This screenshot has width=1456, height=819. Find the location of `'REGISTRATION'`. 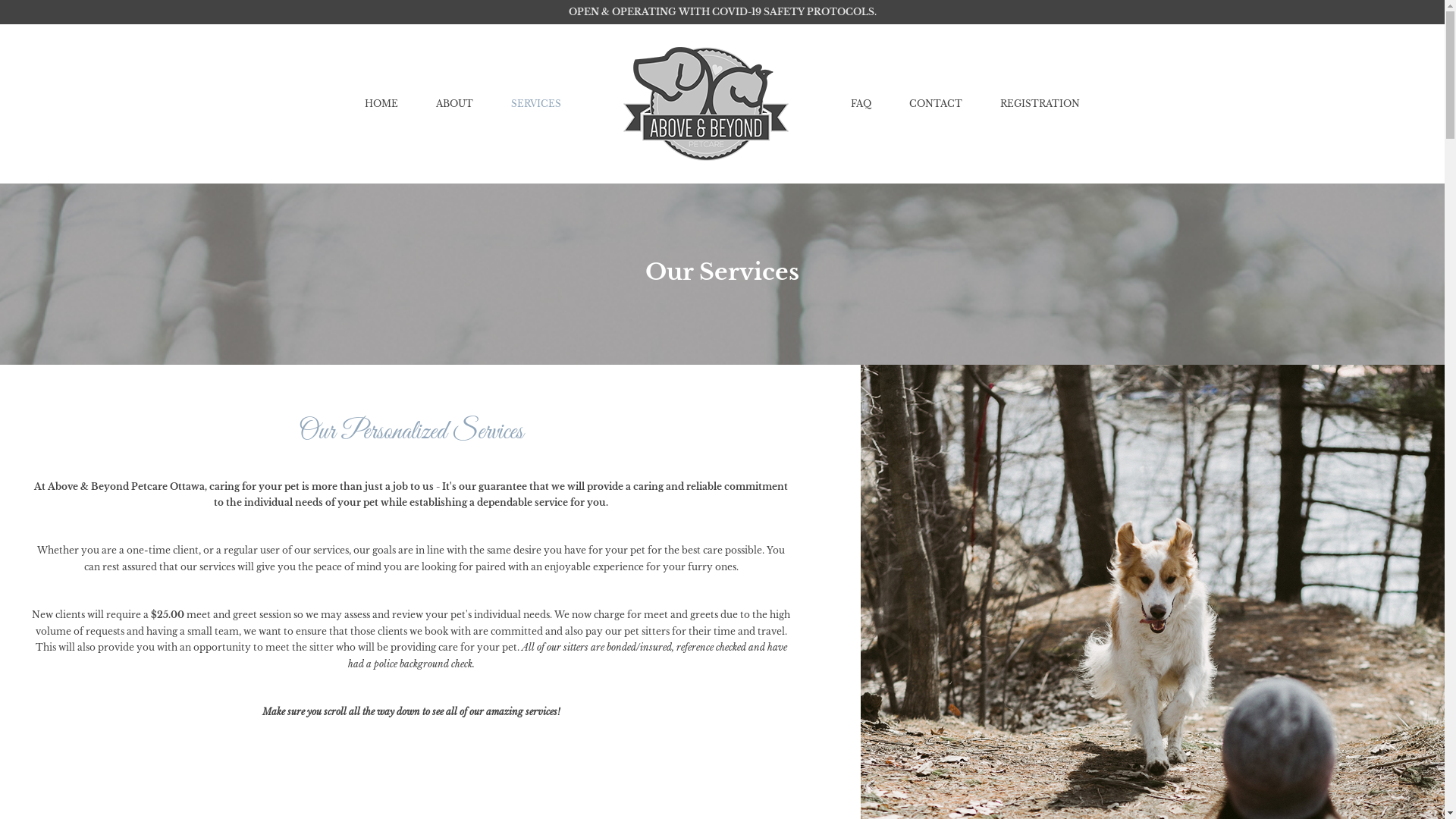

'REGISTRATION' is located at coordinates (1039, 102).